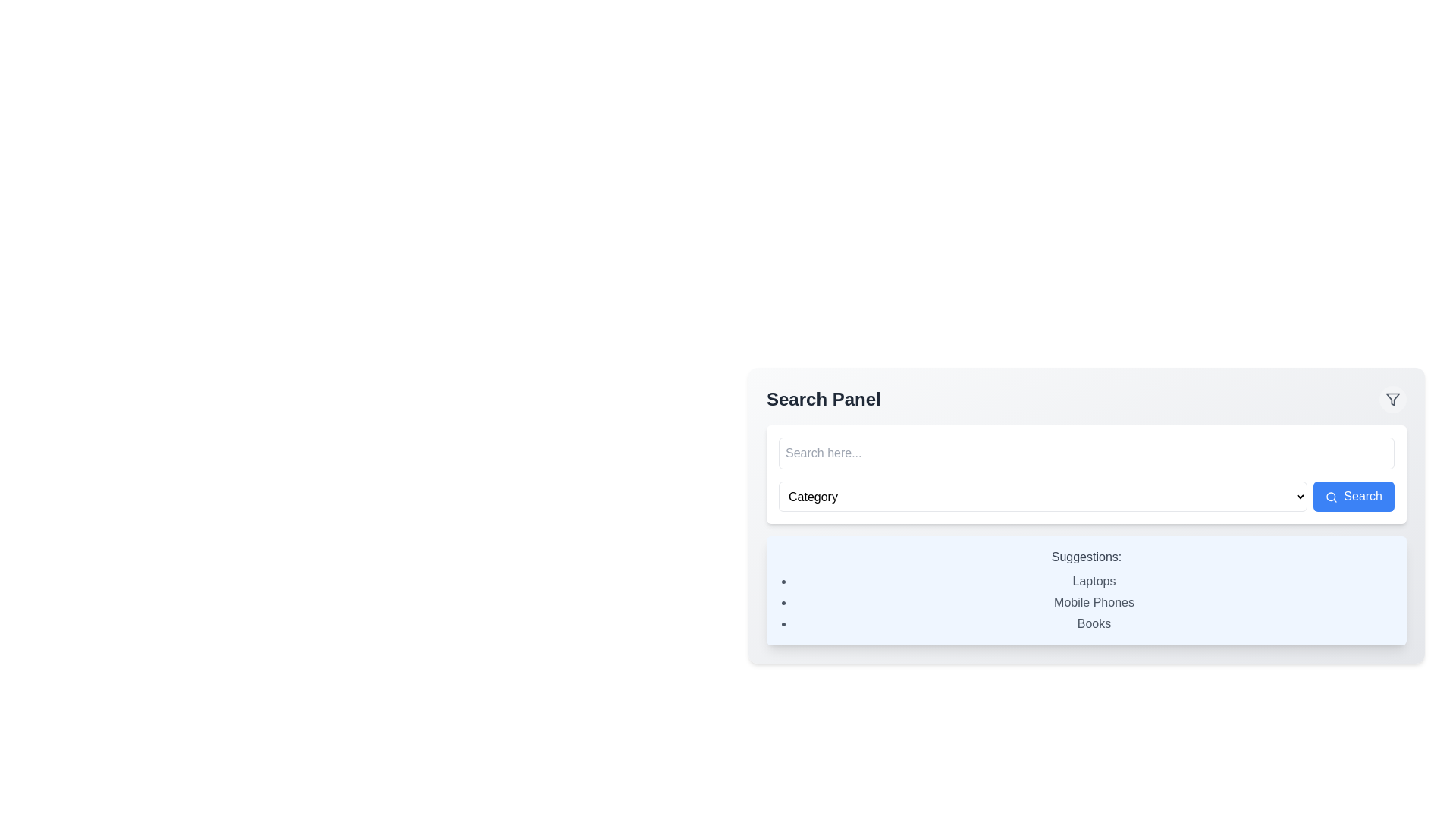 This screenshot has width=1456, height=819. Describe the element at coordinates (1094, 601) in the screenshot. I see `the text item in the suggestions list that suggests the category 'Mobile Phones', located between 'Laptops' and 'Books'` at that location.